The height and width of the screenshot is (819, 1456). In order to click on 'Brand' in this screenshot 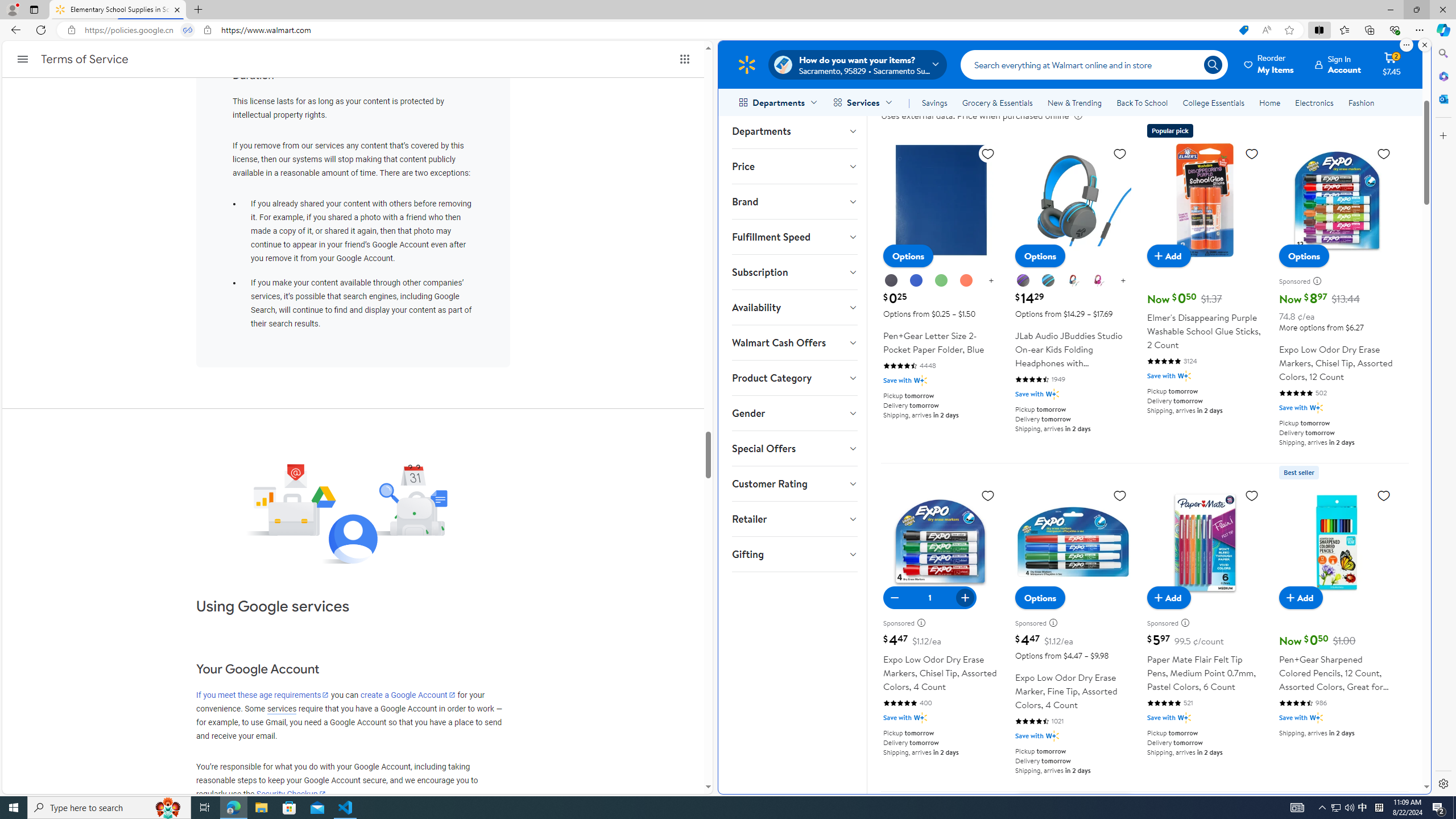, I will do `click(793, 201)`.